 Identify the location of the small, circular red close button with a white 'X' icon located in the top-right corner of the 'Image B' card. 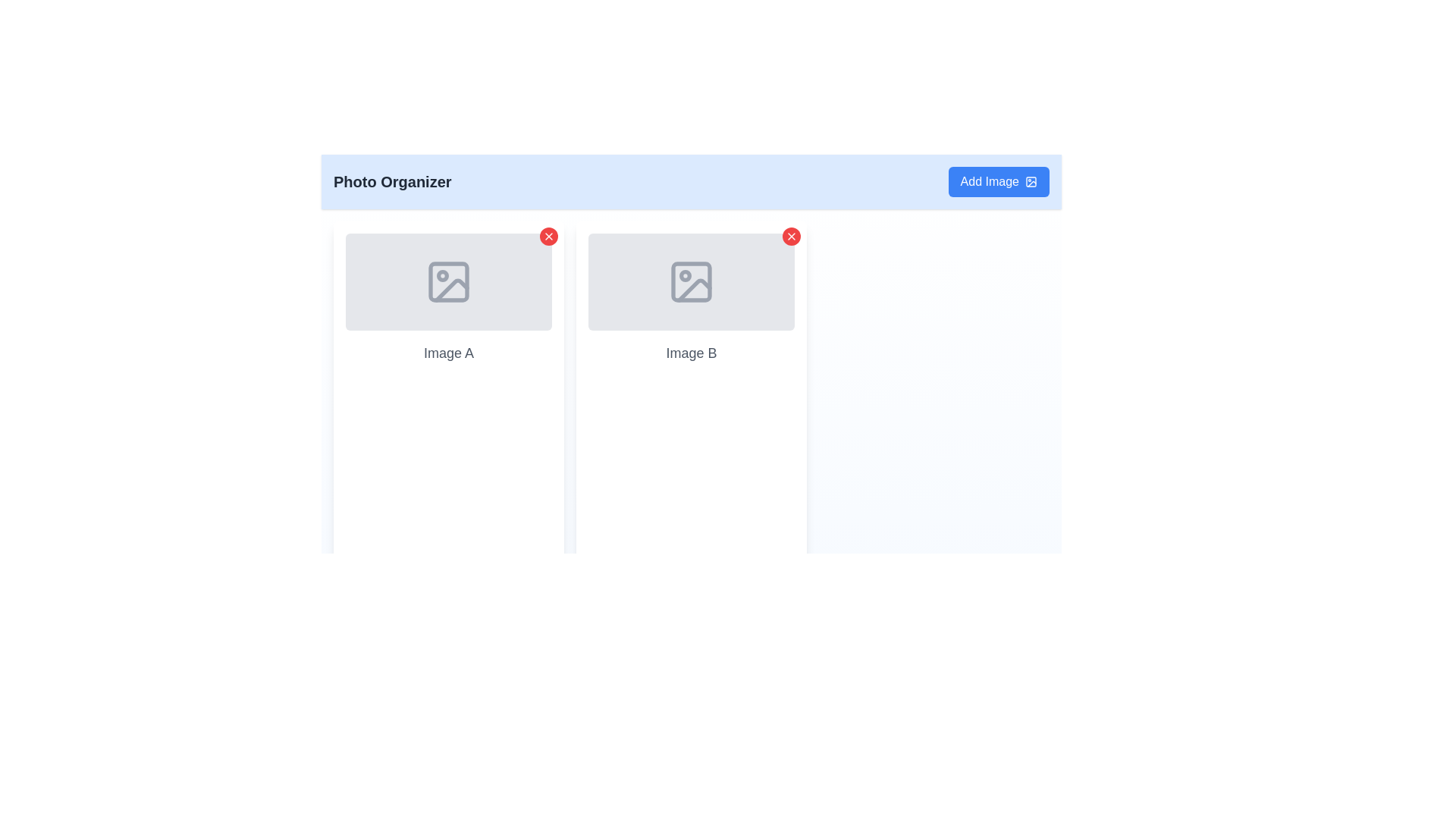
(790, 237).